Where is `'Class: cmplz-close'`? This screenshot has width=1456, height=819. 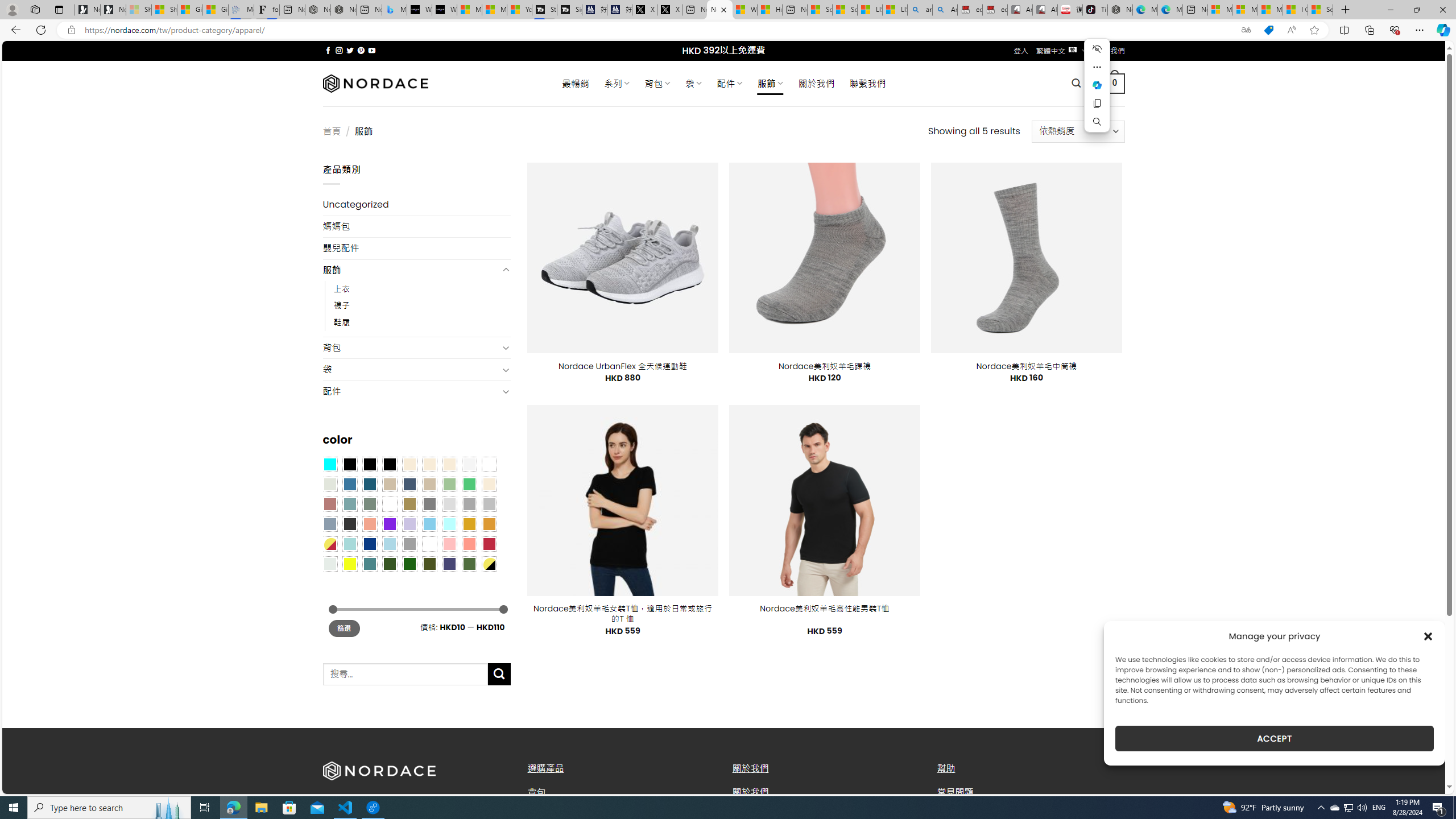
'Class: cmplz-close' is located at coordinates (1428, 636).